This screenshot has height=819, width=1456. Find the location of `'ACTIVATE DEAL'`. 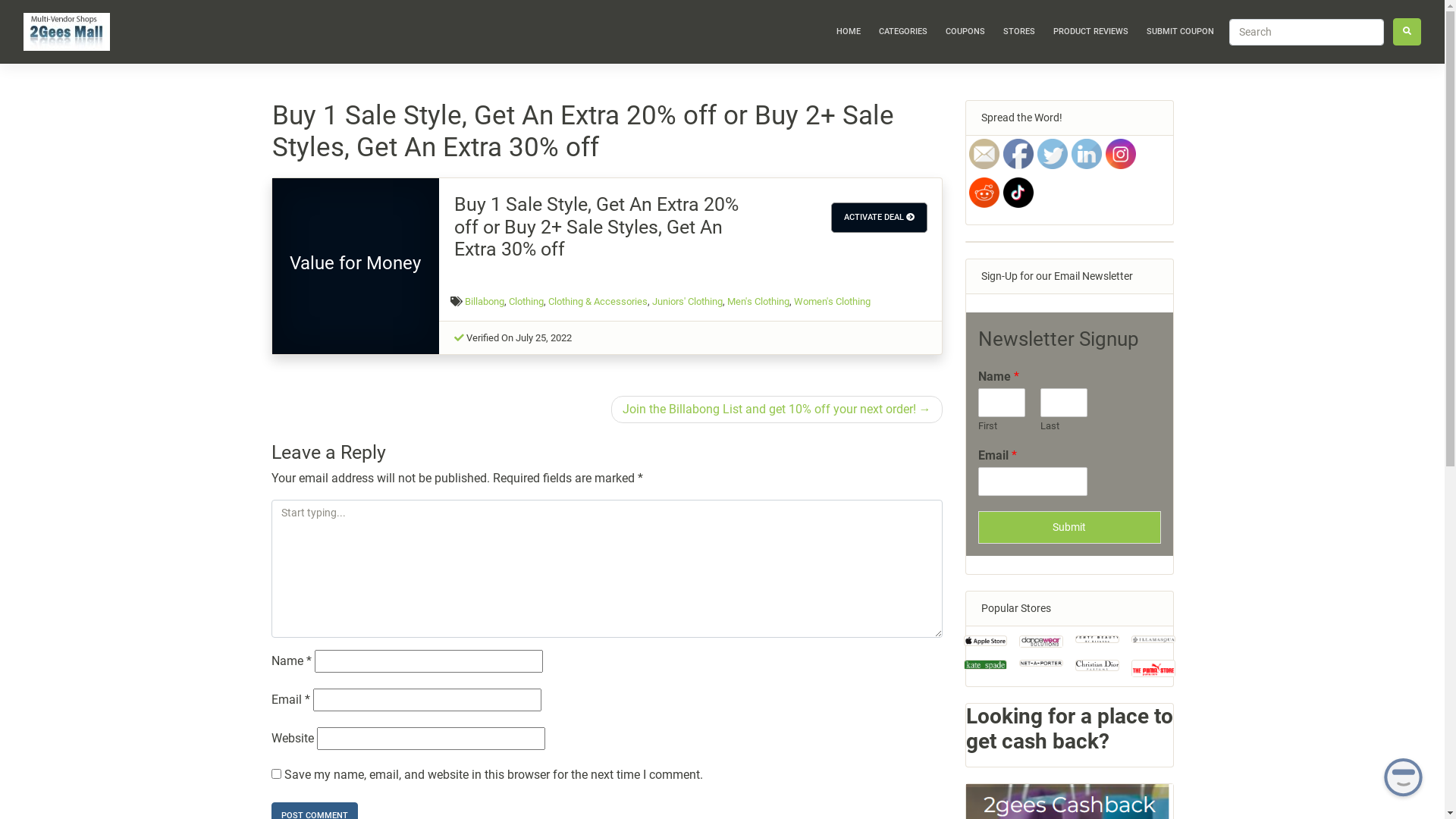

'ACTIVATE DEAL' is located at coordinates (879, 217).